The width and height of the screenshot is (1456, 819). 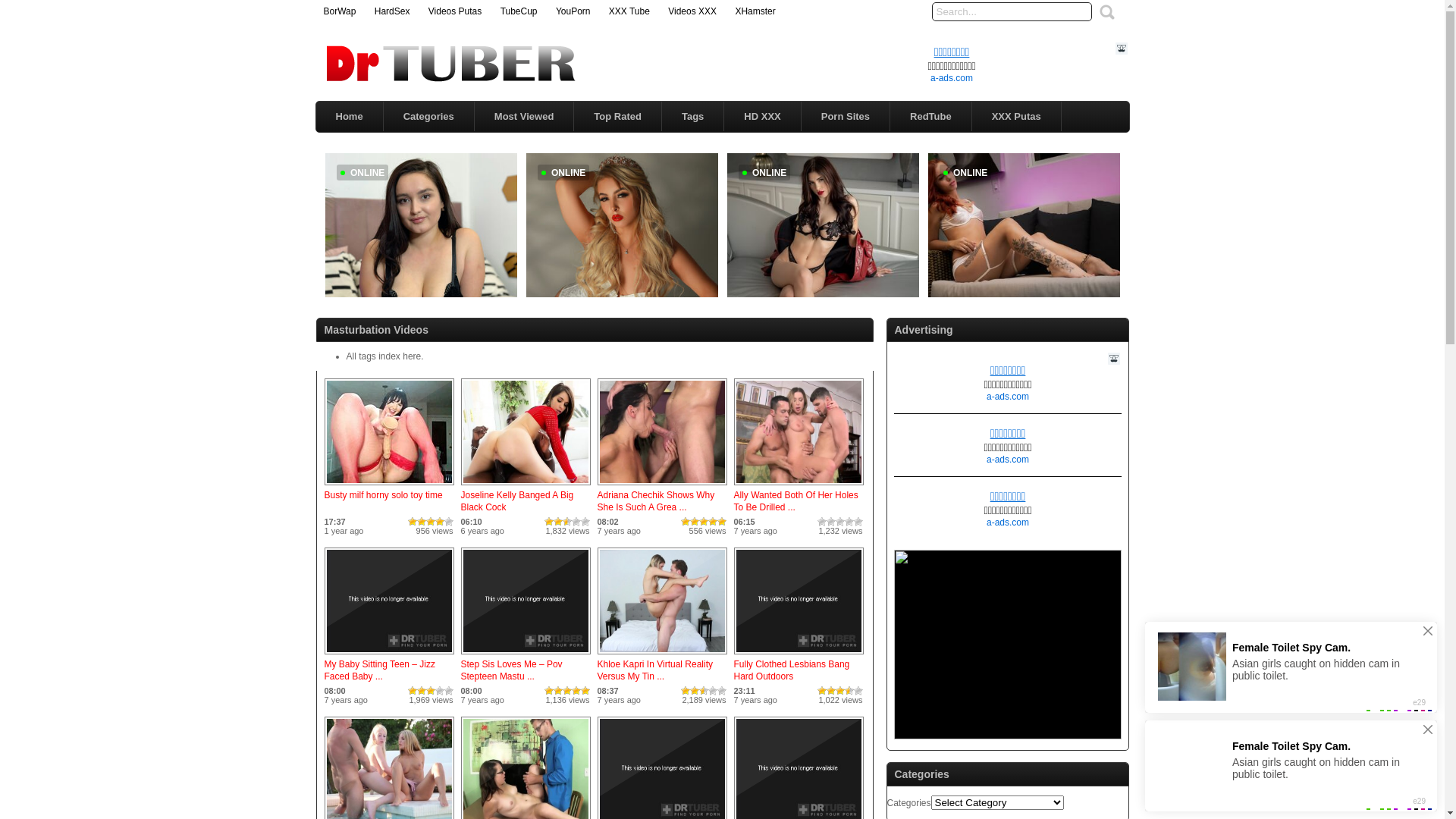 What do you see at coordinates (844, 115) in the screenshot?
I see `'Porn Sites'` at bounding box center [844, 115].